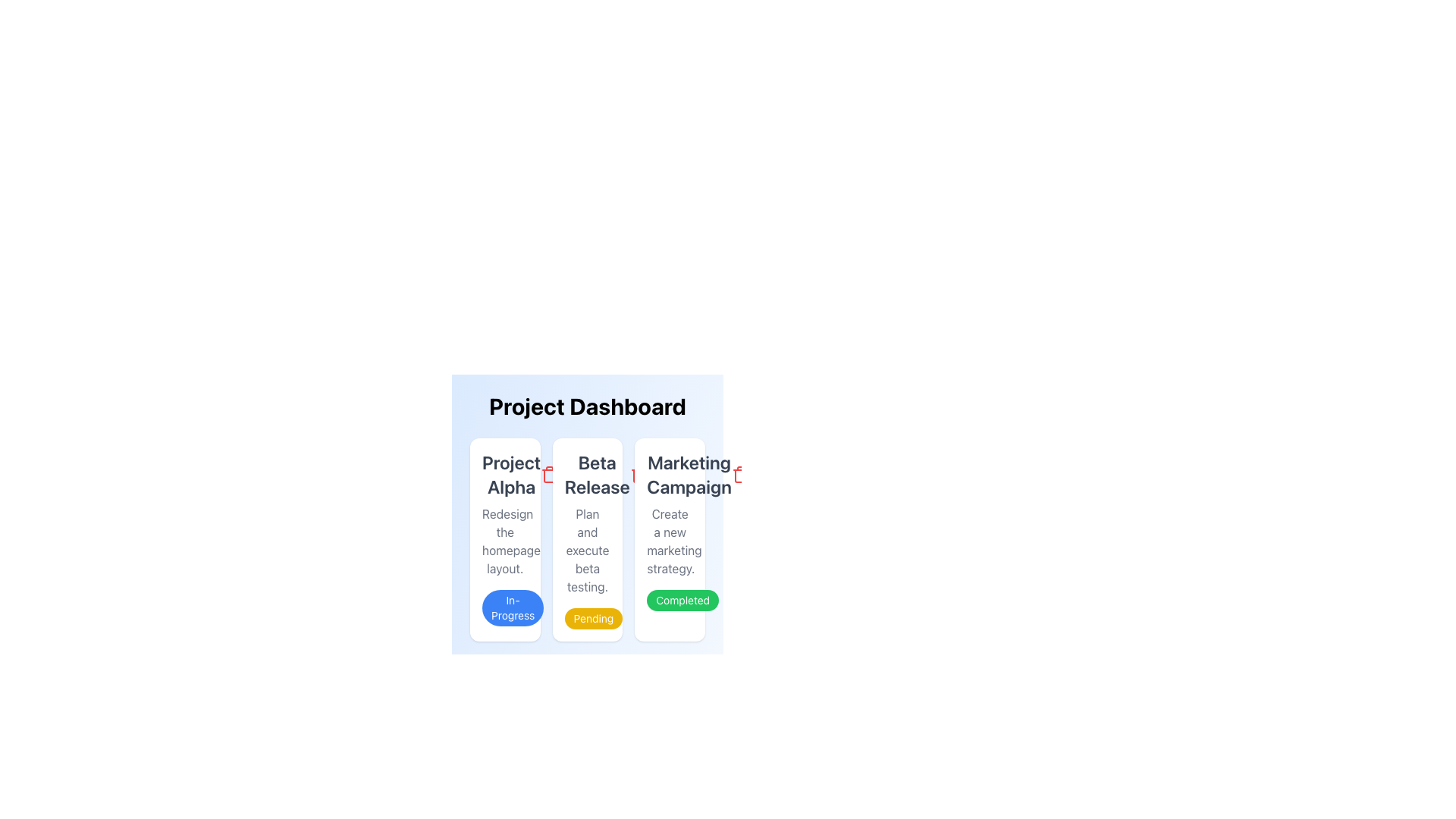  I want to click on the text label identifying the 'Beta Release' card panel, which is positioned at the top of the second card in a grid layout, so click(586, 473).